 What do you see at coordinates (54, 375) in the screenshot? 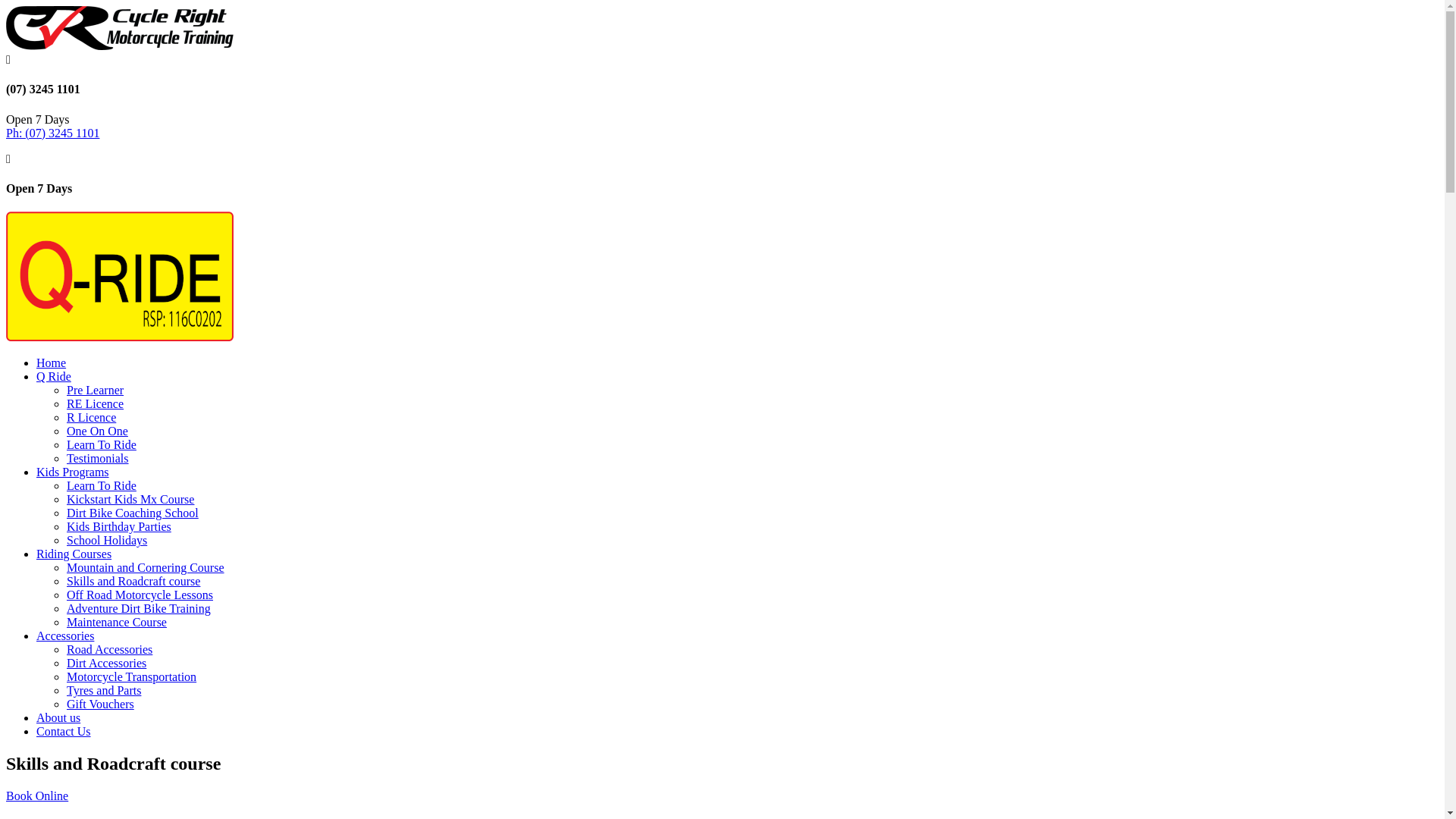
I see `'Q Ride'` at bounding box center [54, 375].